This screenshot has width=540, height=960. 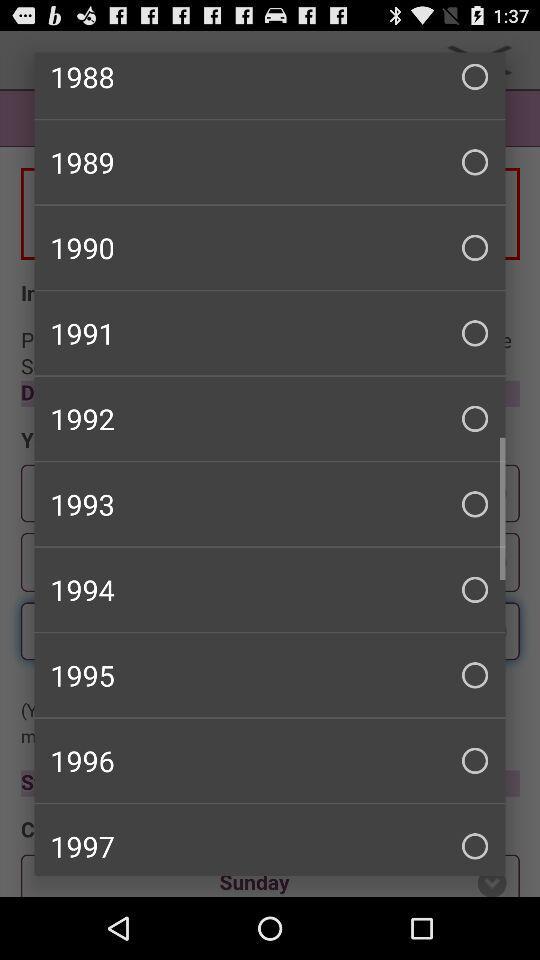 I want to click on 1994 item, so click(x=270, y=589).